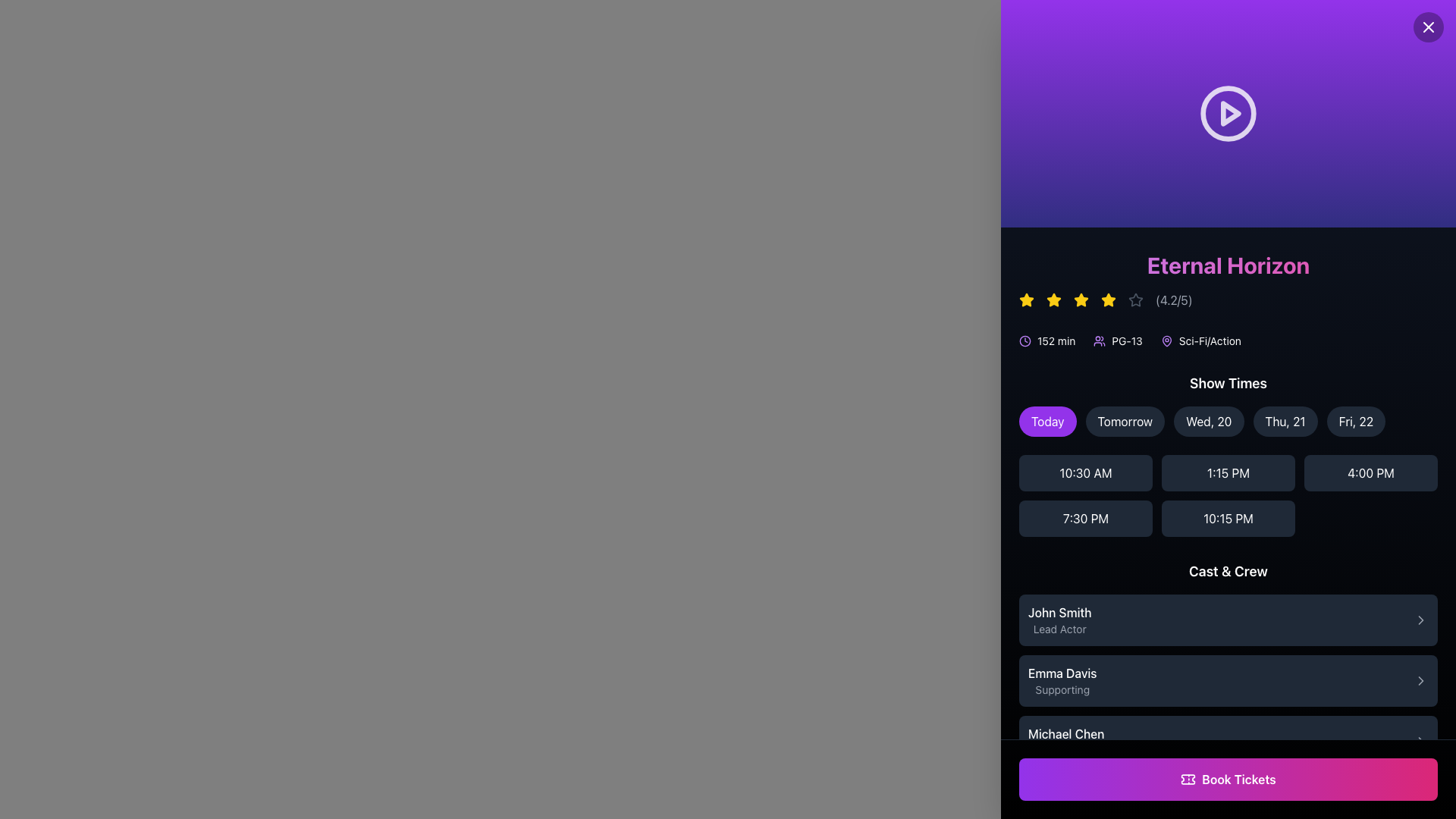 The width and height of the screenshot is (1456, 819). What do you see at coordinates (1125, 421) in the screenshot?
I see `the oval-shaped button labeled 'Tomorrow' with a dark gray background and white text, located under the 'Show Times' section, as the second button from the left` at bounding box center [1125, 421].